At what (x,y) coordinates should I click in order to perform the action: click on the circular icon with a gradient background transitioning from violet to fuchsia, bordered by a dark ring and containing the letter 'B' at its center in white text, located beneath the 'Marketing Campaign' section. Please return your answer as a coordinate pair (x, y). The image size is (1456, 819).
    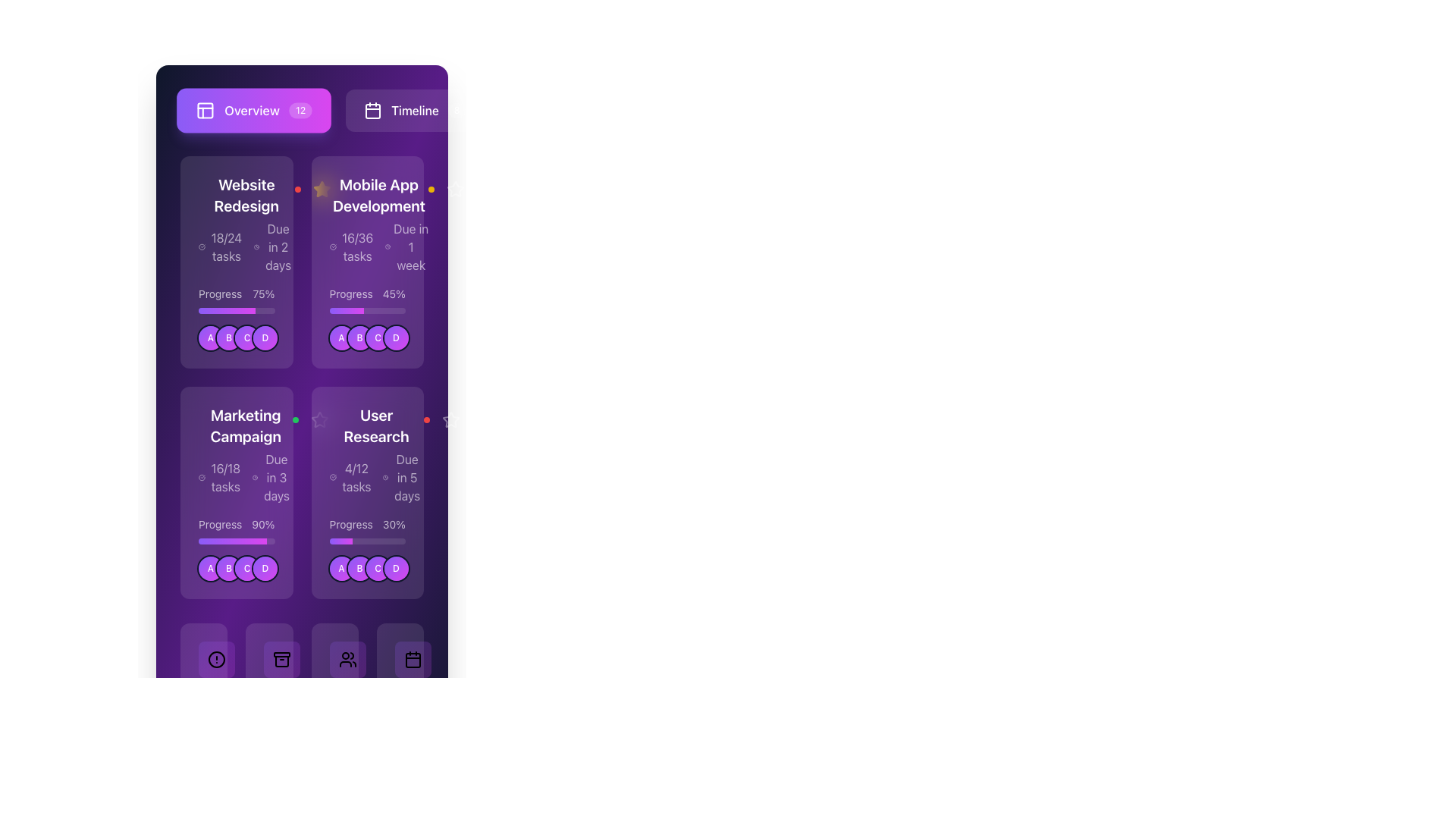
    Looking at the image, I should click on (228, 568).